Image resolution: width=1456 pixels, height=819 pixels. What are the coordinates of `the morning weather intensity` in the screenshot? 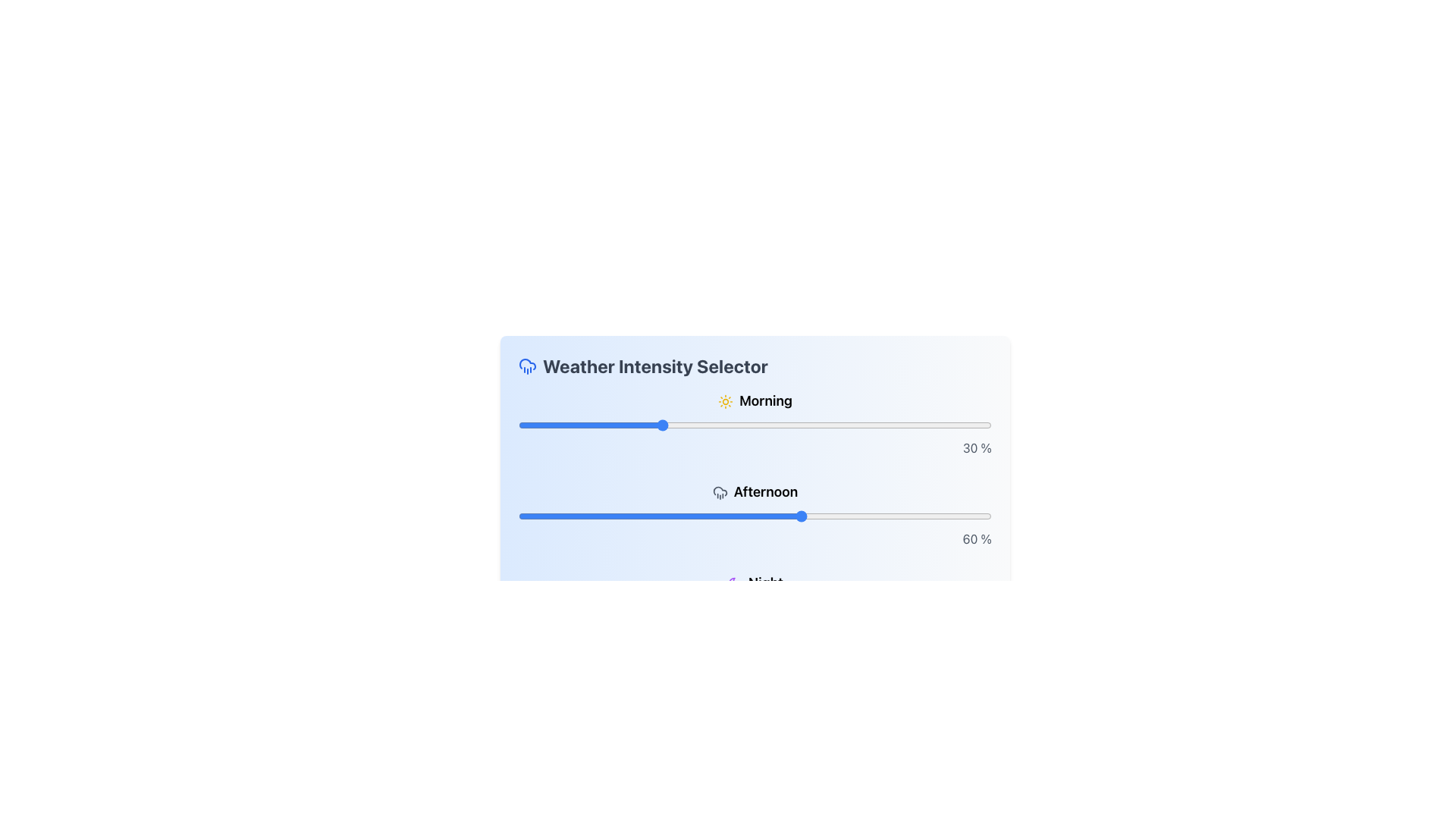 It's located at (532, 425).